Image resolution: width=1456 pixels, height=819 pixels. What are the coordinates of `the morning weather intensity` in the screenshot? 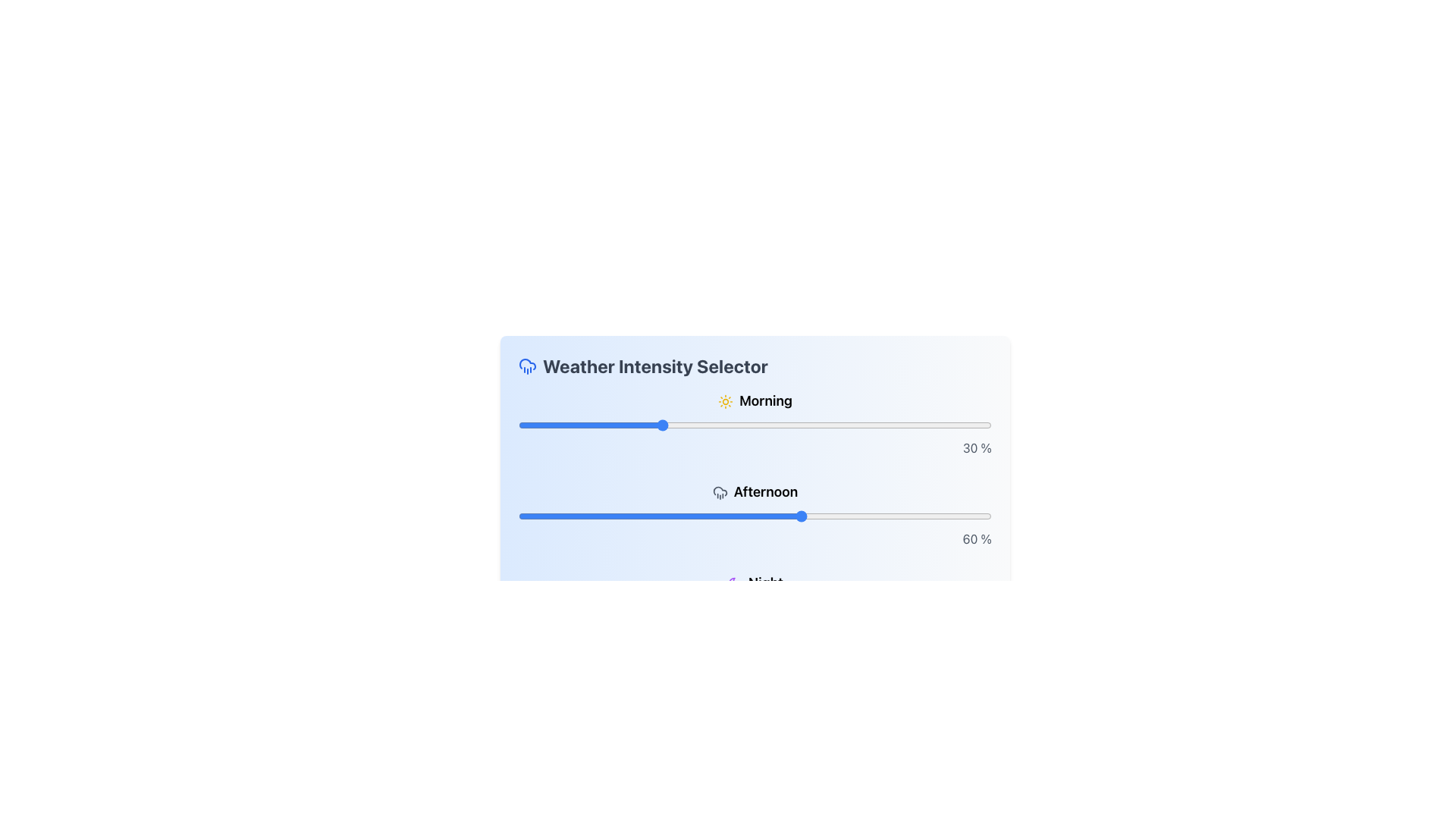 It's located at (532, 425).